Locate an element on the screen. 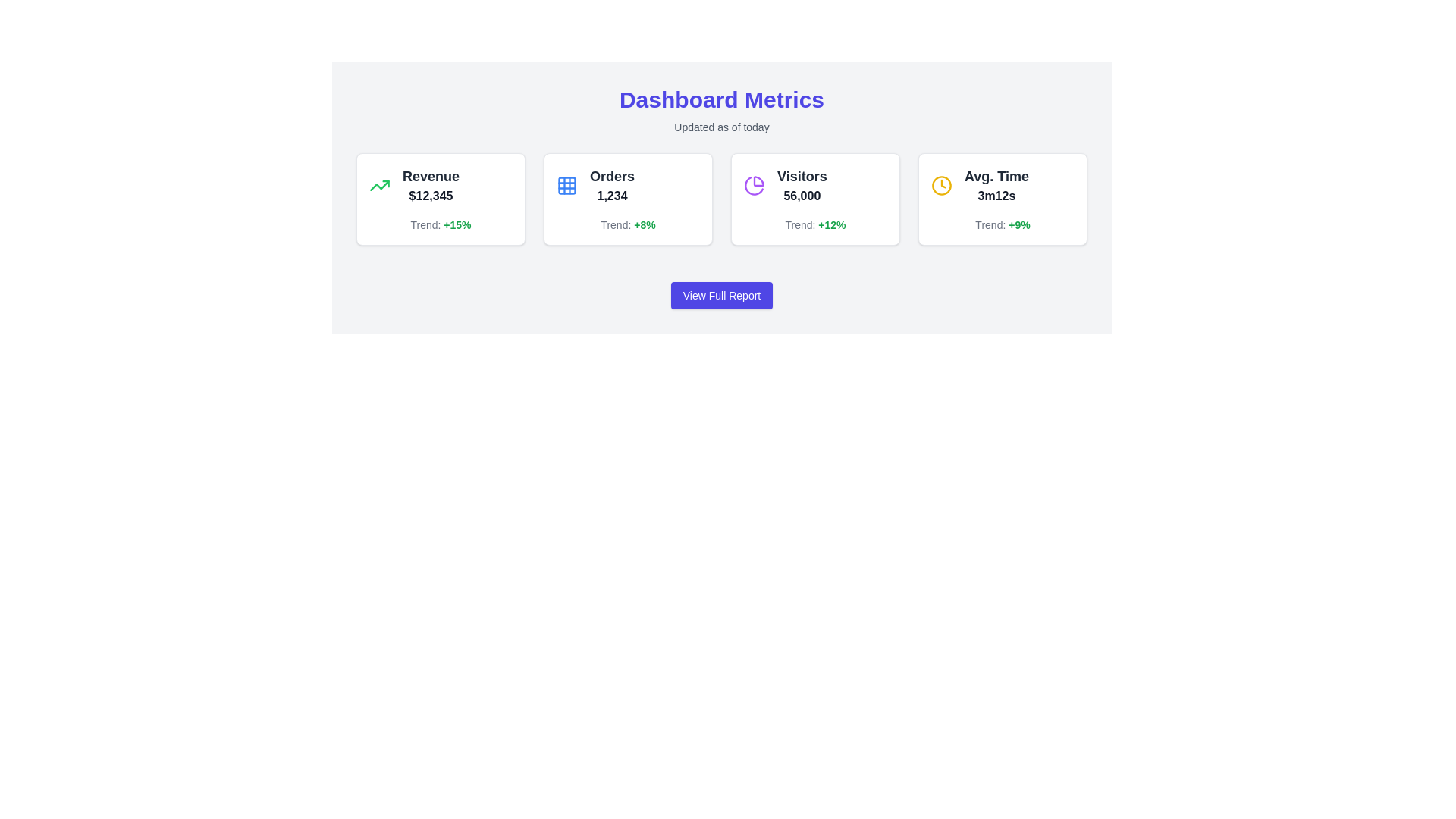 The width and height of the screenshot is (1456, 819). the static text indicating a 9% positive change related to the 'Avg. Time' metric, located to the right of the 'Trend:' label in the fourth column of the dashboard's metrics section is located at coordinates (1019, 225).